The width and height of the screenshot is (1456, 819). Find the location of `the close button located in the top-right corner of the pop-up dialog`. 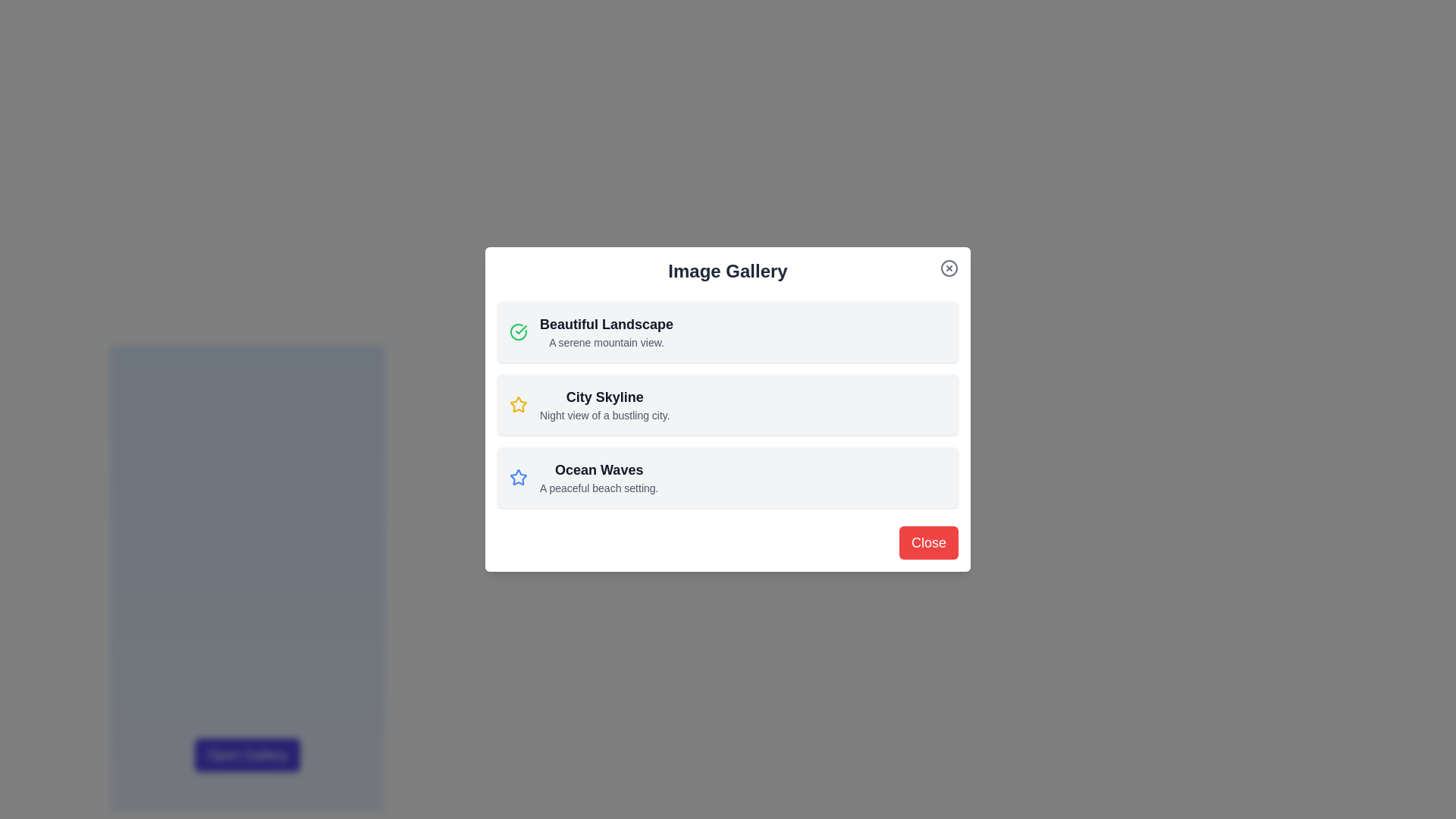

the close button located in the top-right corner of the pop-up dialog is located at coordinates (949, 268).